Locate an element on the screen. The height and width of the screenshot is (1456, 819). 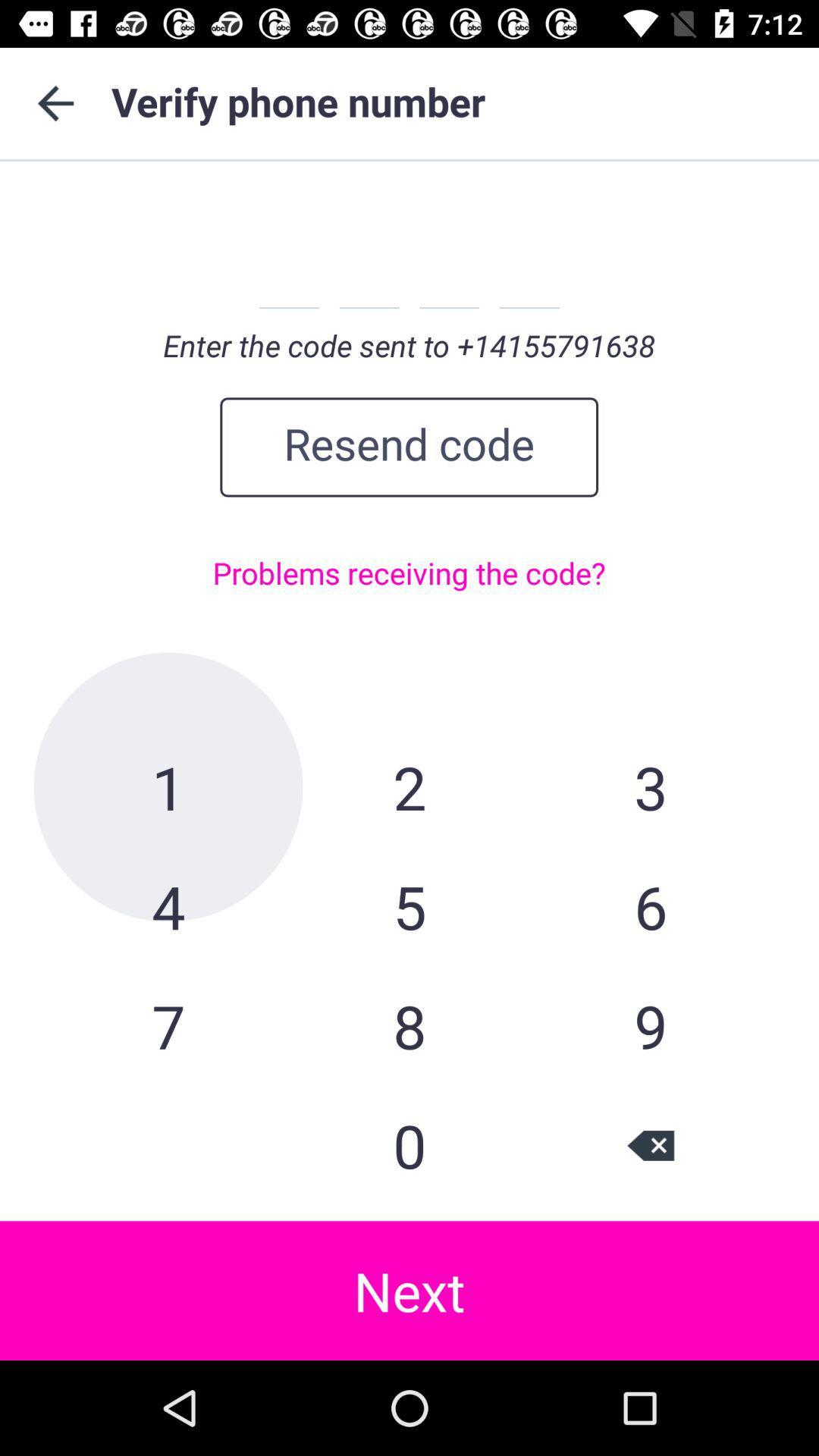
the button 8 on the web page is located at coordinates (409, 1026).